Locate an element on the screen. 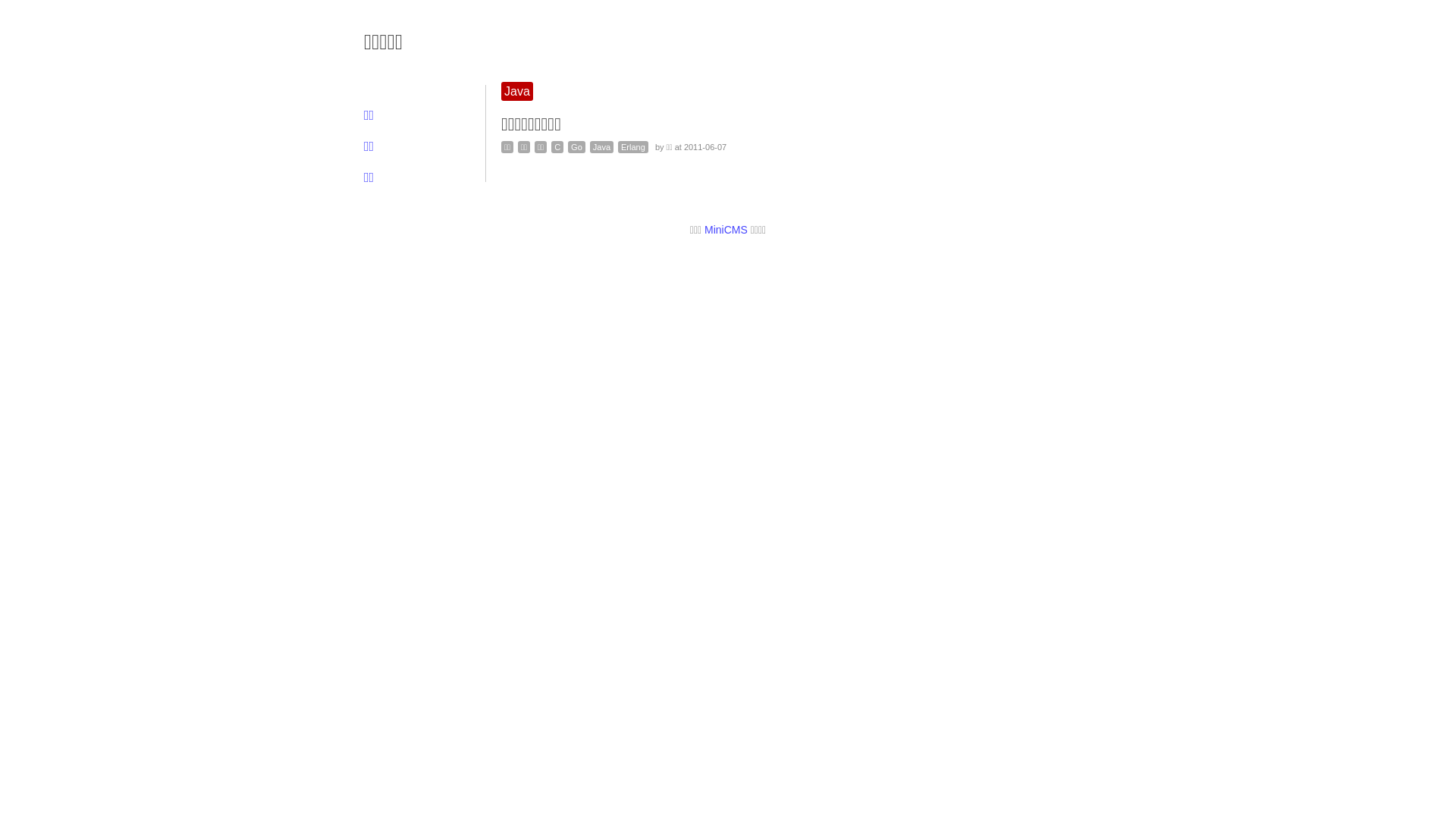 Image resolution: width=1456 pixels, height=819 pixels. 'MiniCMS' is located at coordinates (704, 230).